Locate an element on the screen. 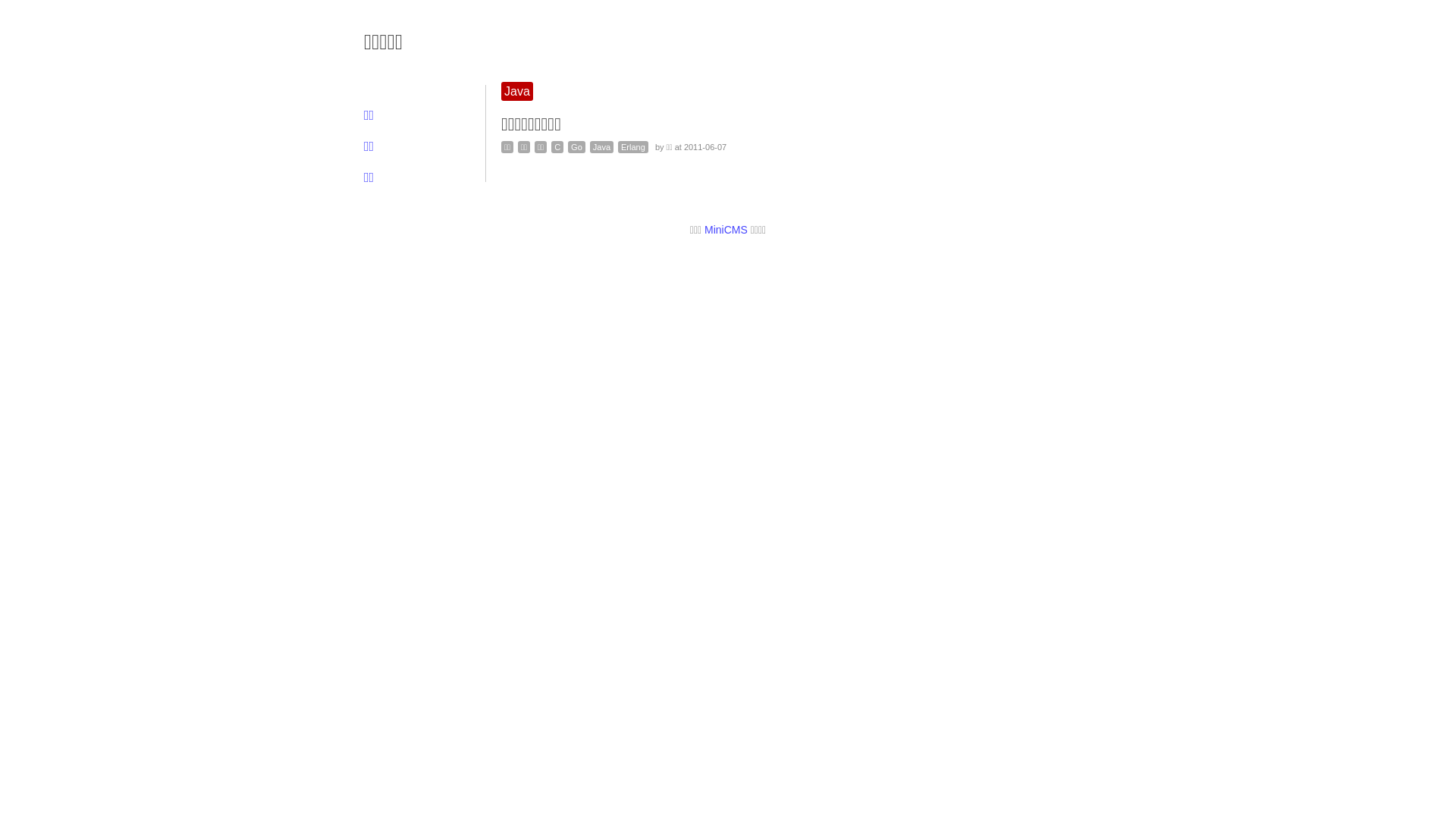 Image resolution: width=1456 pixels, height=819 pixels. 'MiniCMS' is located at coordinates (704, 230).